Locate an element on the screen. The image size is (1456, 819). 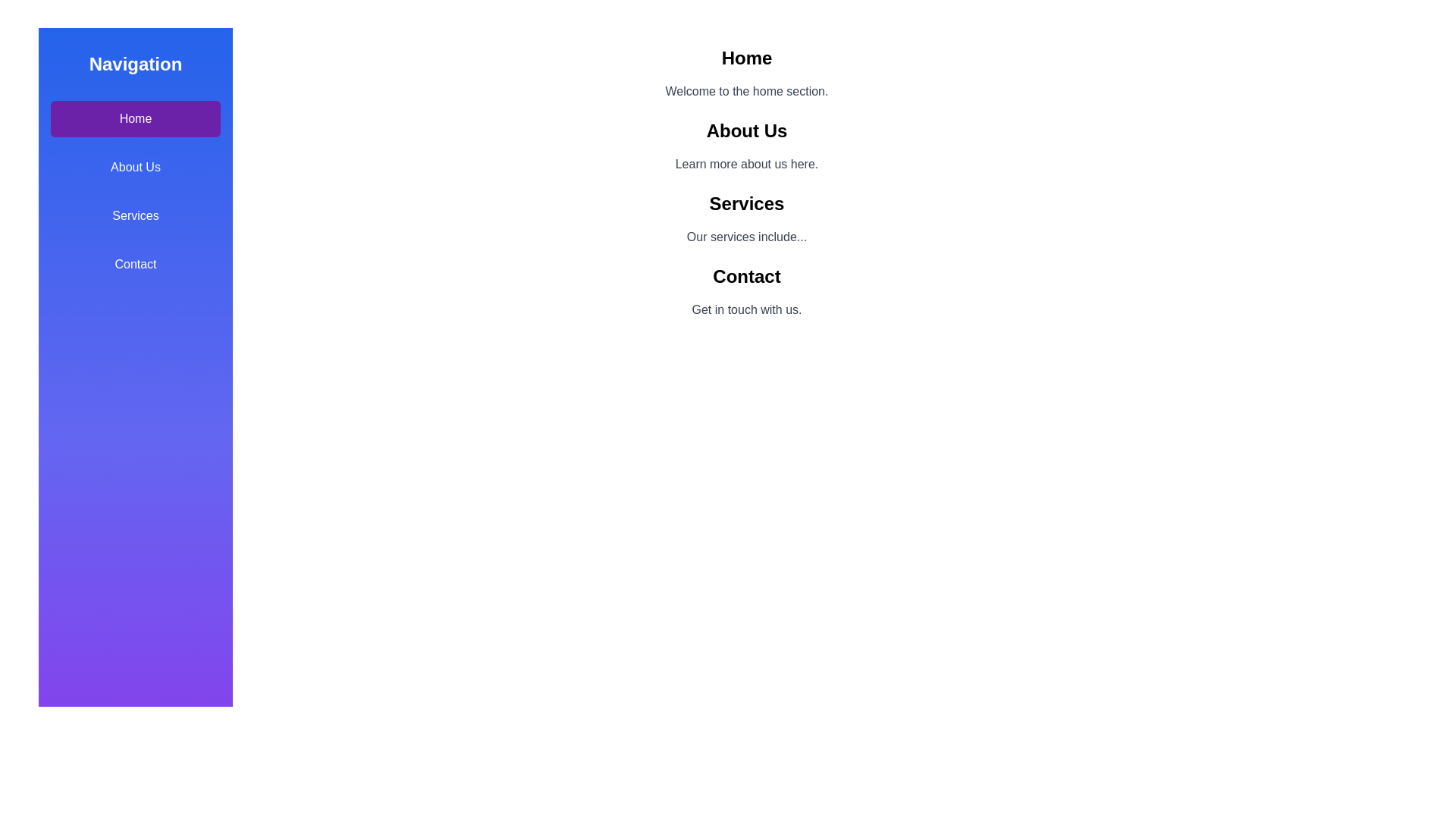
the title or heading text element located at the top of the sidebar, which helps users identify the section's purpose is located at coordinates (135, 63).